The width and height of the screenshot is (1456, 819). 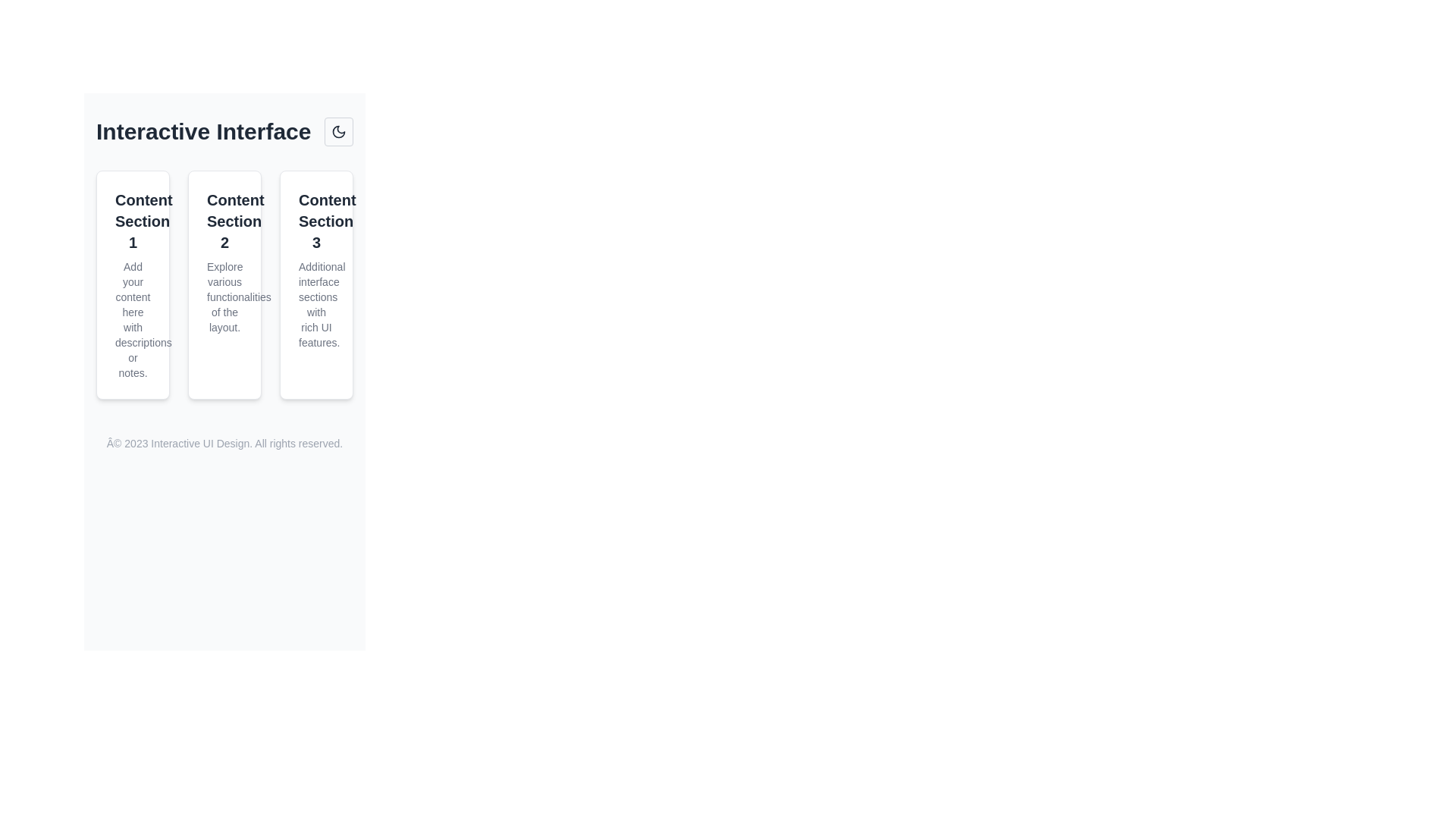 I want to click on the crescent moon icon located in the top-right corner of the 'Interactive Interface' section, so click(x=337, y=130).